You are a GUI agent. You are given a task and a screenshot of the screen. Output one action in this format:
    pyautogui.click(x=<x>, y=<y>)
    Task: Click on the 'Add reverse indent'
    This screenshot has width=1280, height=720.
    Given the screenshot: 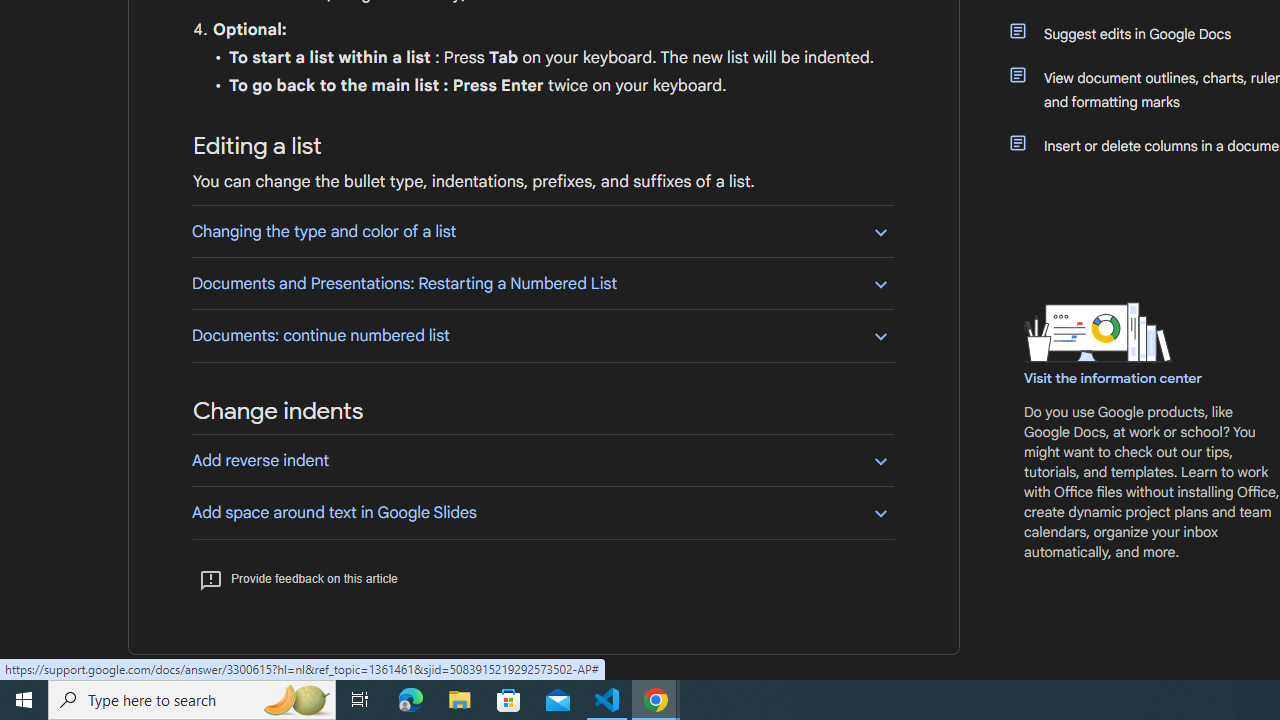 What is the action you would take?
    pyautogui.click(x=542, y=460)
    